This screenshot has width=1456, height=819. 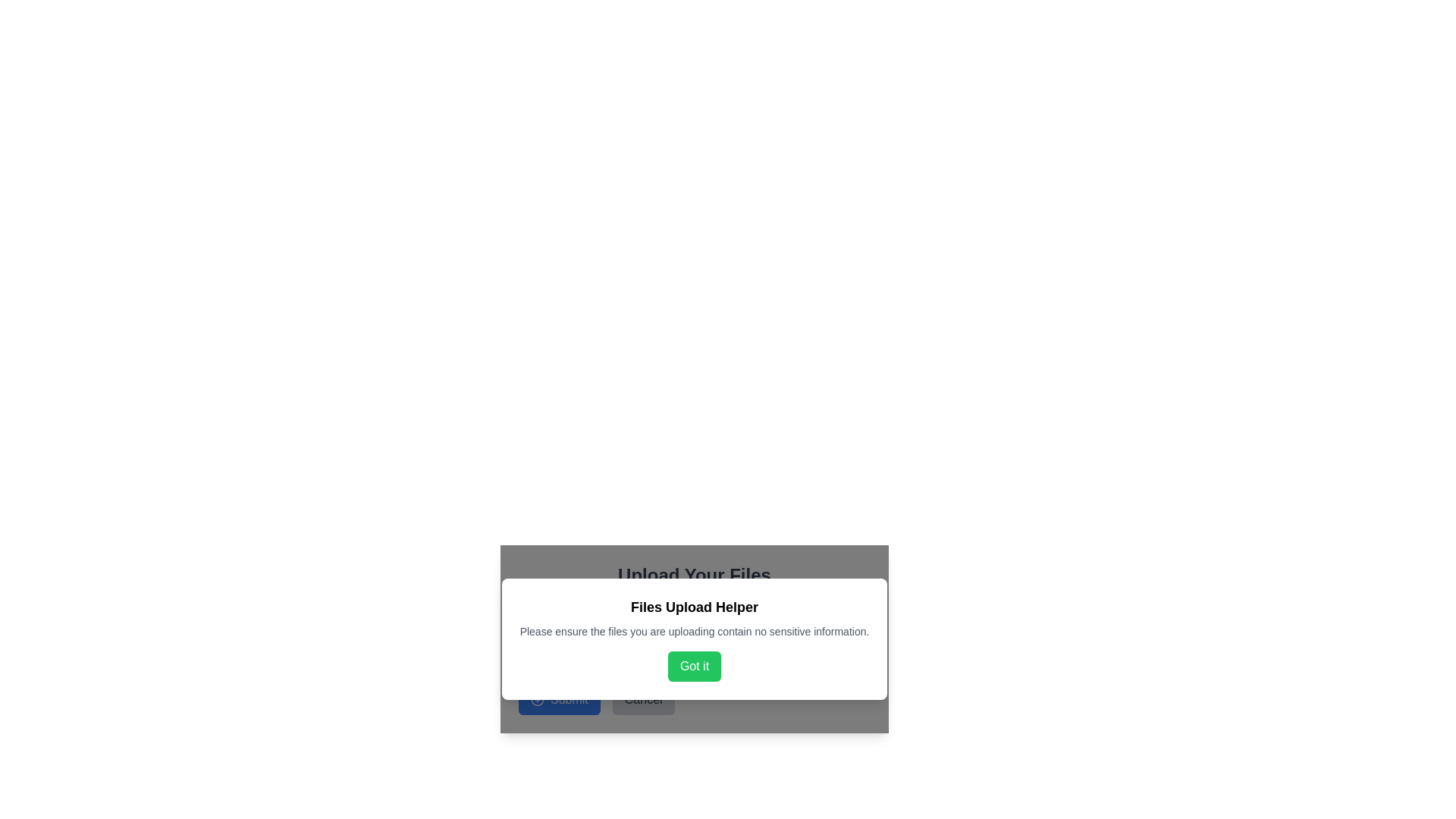 What do you see at coordinates (694, 636) in the screenshot?
I see `and drop files into the Interactive Dropzone that contains the instructions 'Drag & drop files here or click` at bounding box center [694, 636].